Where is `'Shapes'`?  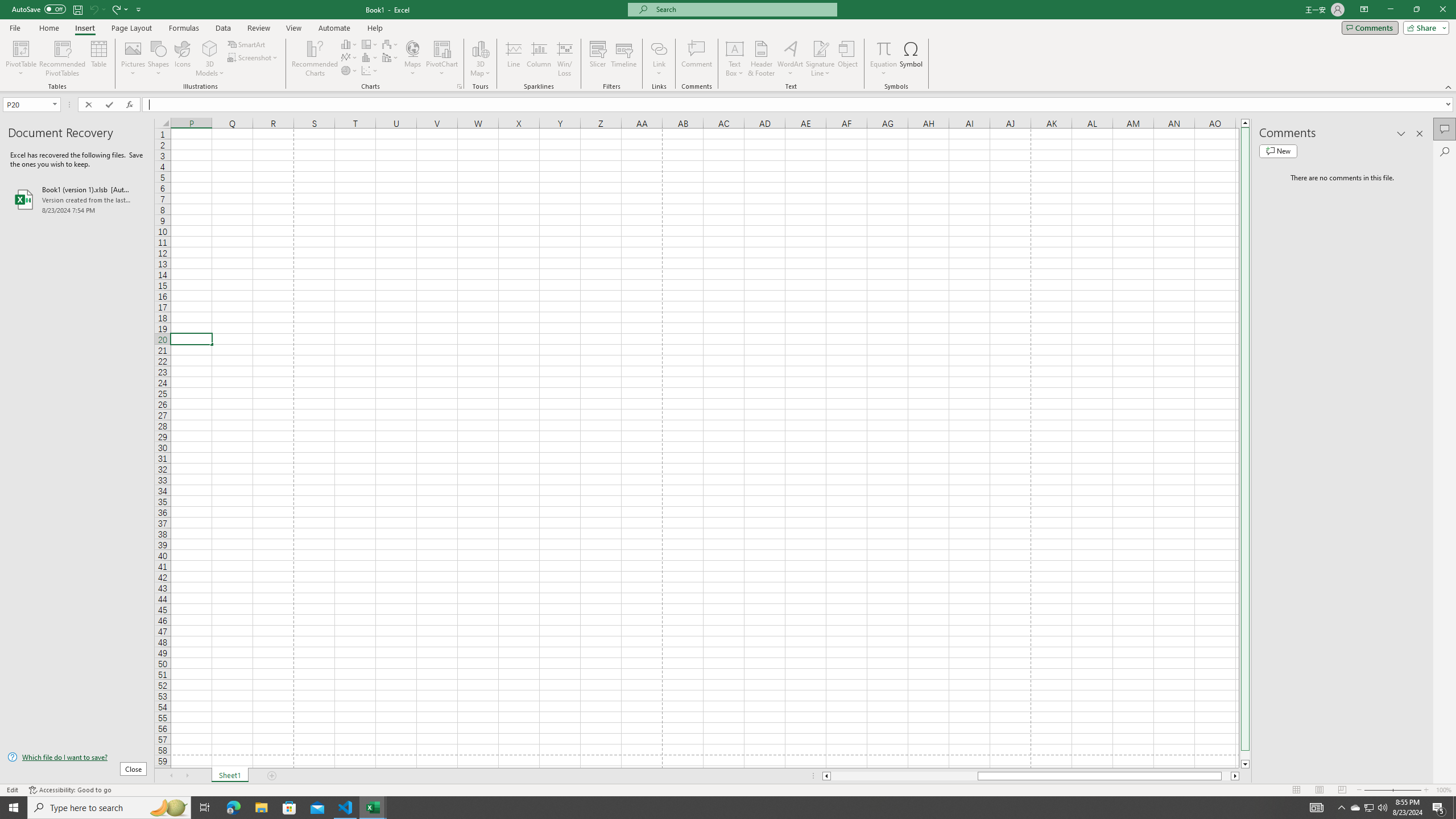
'Shapes' is located at coordinates (158, 59).